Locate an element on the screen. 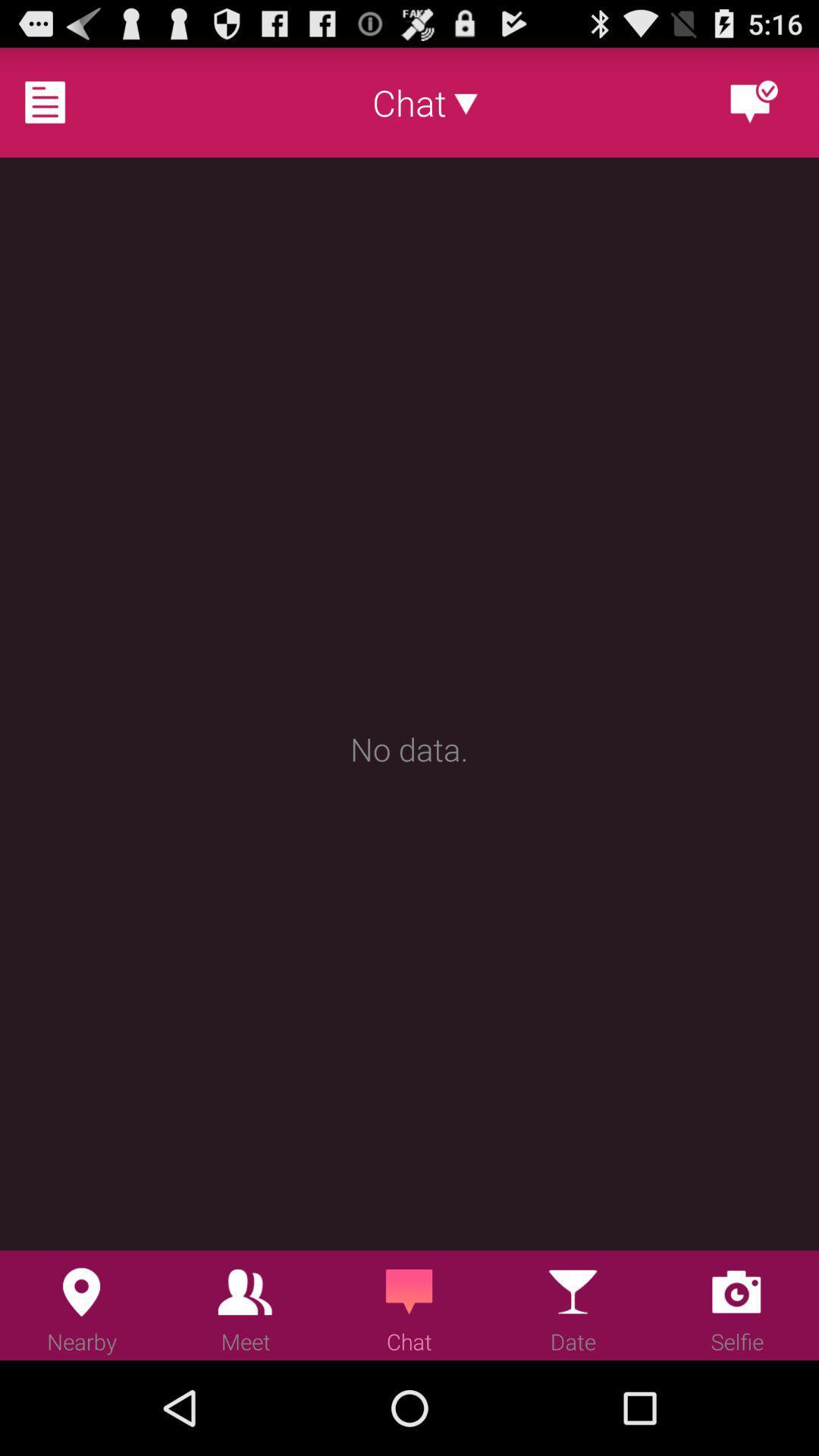  the expand_more icon is located at coordinates (465, 108).